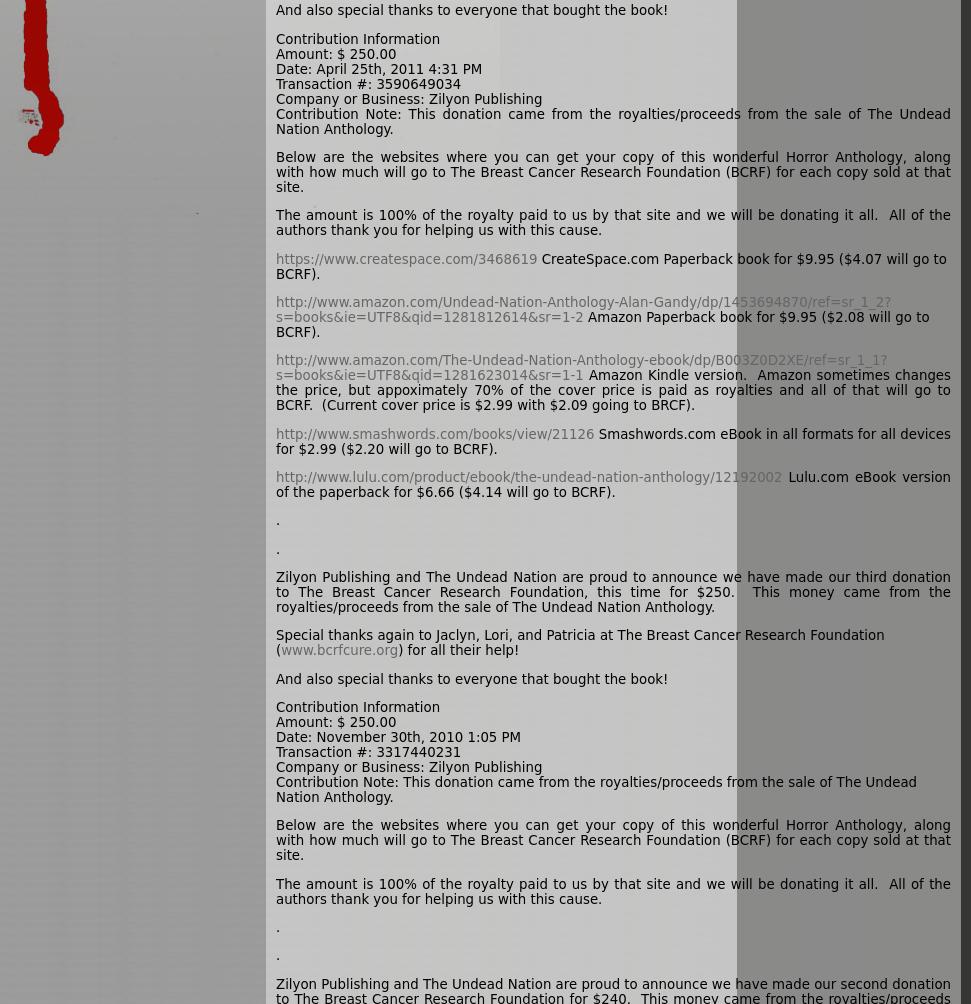  What do you see at coordinates (612, 483) in the screenshot?
I see `'Lulu.com eBook version of the paperback for $6.66 ($4.14 will go to BCRF).'` at bounding box center [612, 483].